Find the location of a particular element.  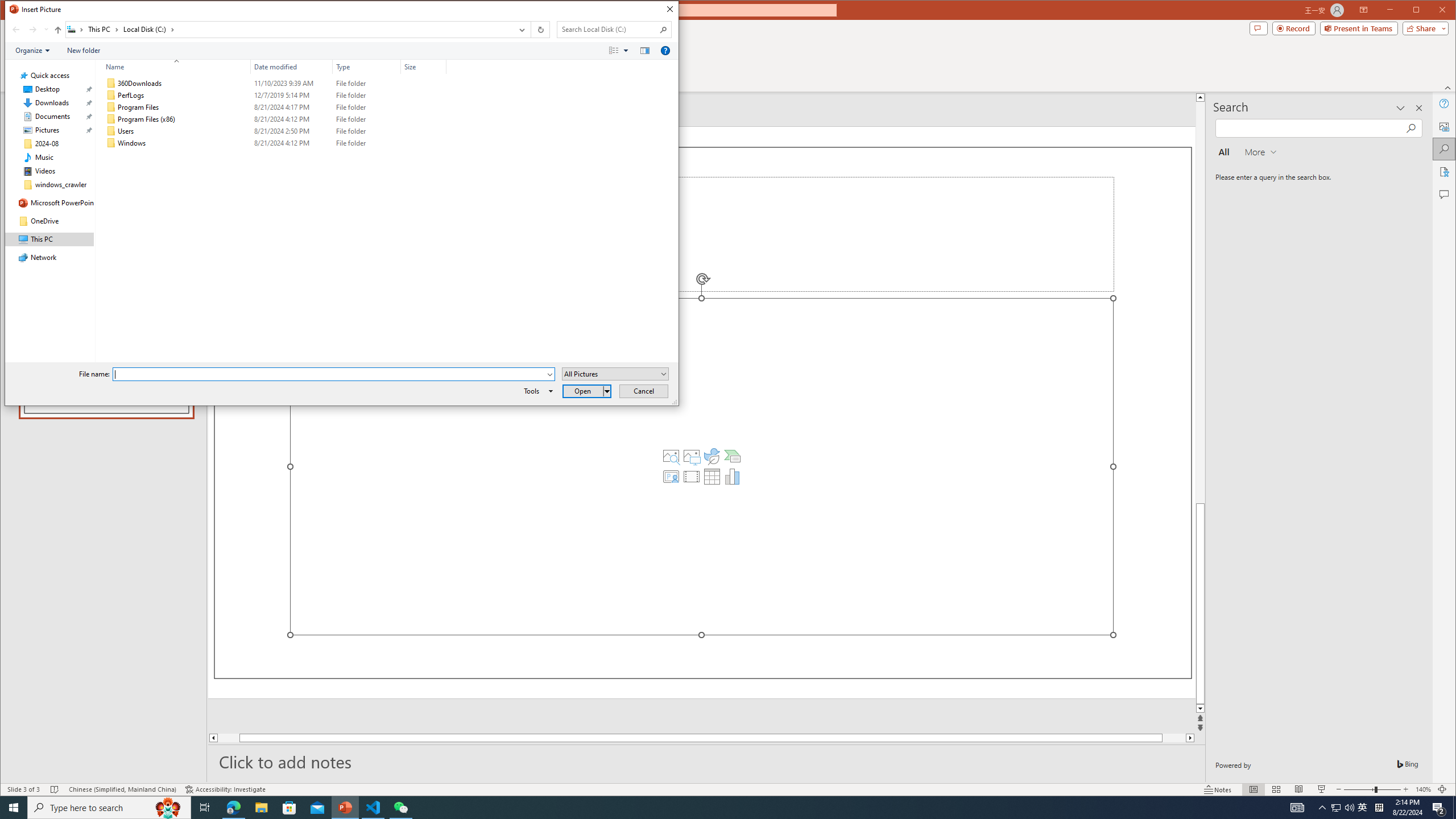

'Navigation buttons' is located at coordinates (28, 29).